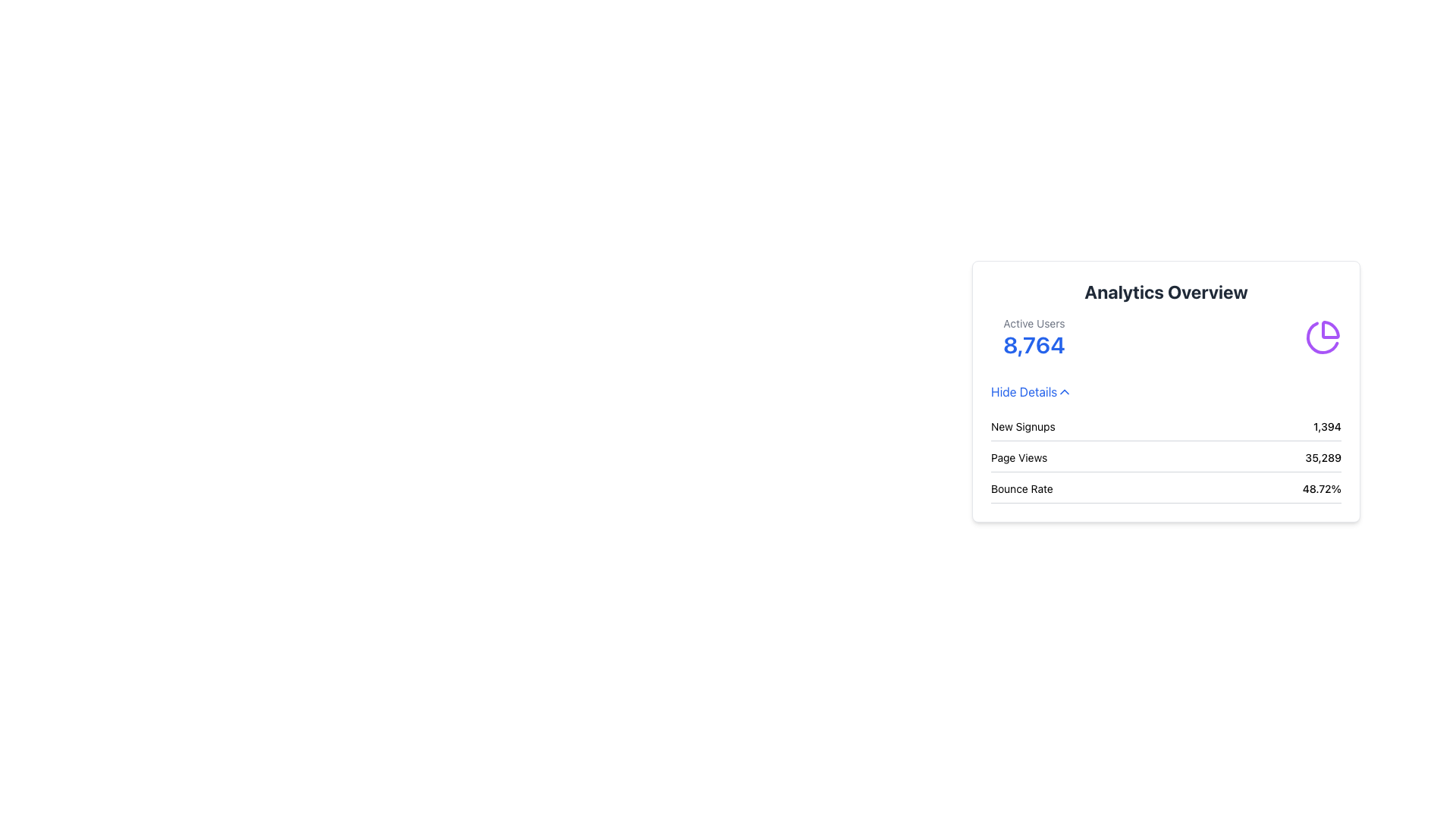 This screenshot has width=1456, height=819. I want to click on the SVG icon representing analytics in the 'Analytics Overview' section, located in the upper-right corner of its card, so click(1322, 337).